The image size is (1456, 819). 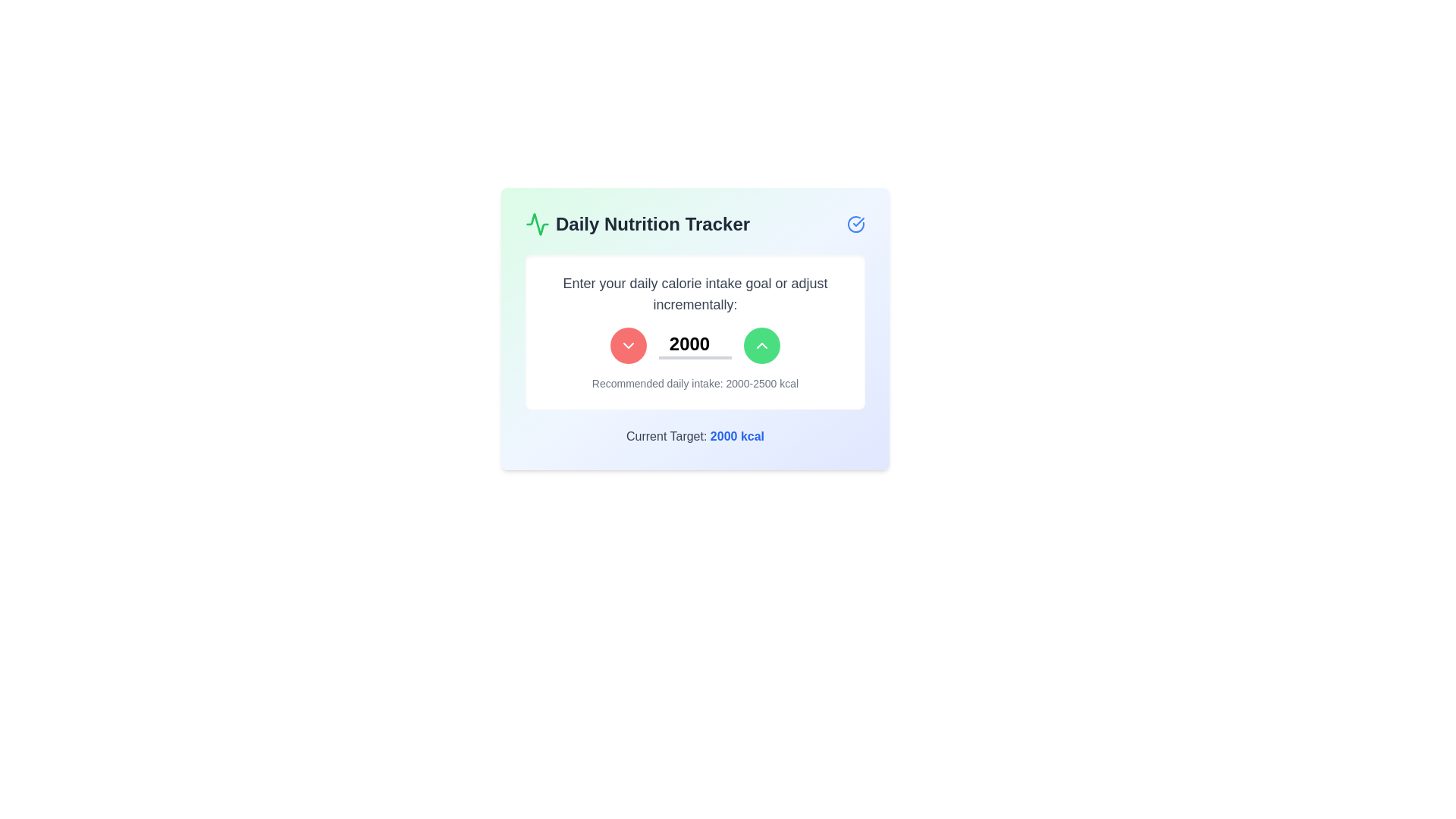 I want to click on the text element displaying 'Recommended daily intake: 2000-2500 kcal', styled in gray, located at the bottom of the calorie tracker UI, so click(x=694, y=382).